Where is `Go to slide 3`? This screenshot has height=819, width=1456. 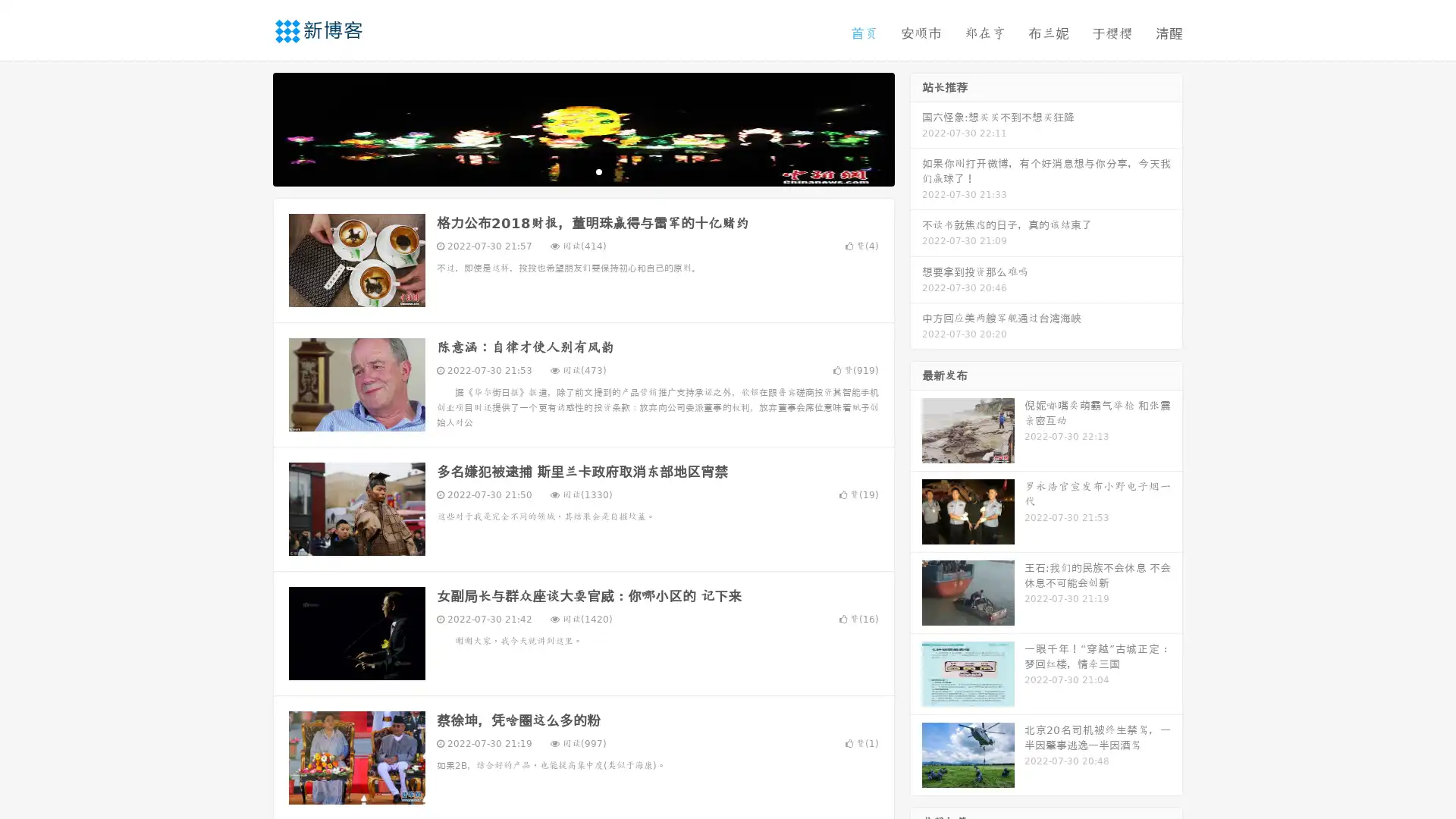
Go to slide 3 is located at coordinates (598, 171).